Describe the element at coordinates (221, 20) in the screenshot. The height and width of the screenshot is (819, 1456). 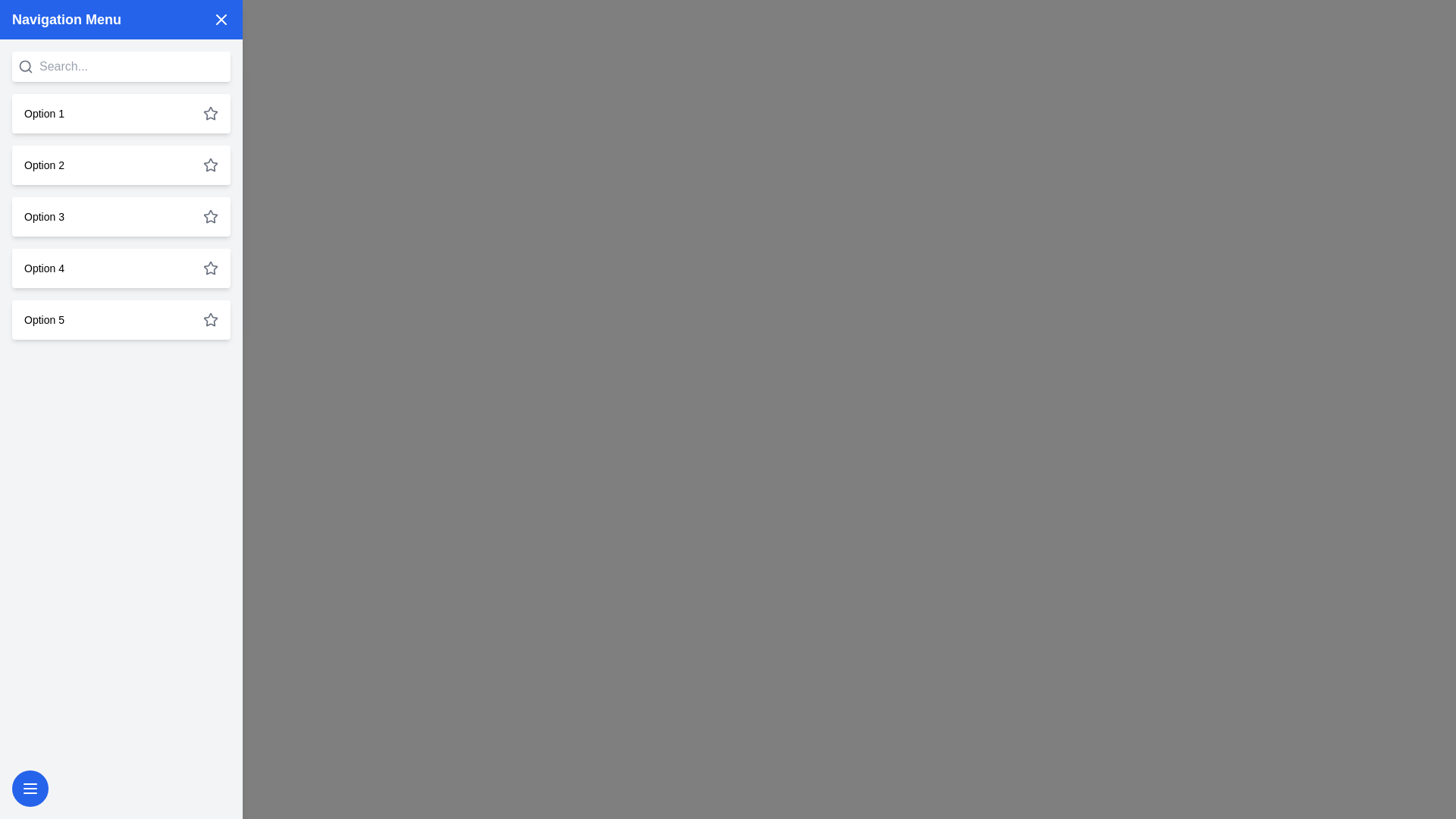
I see `the 'X' shaped close button located` at that location.